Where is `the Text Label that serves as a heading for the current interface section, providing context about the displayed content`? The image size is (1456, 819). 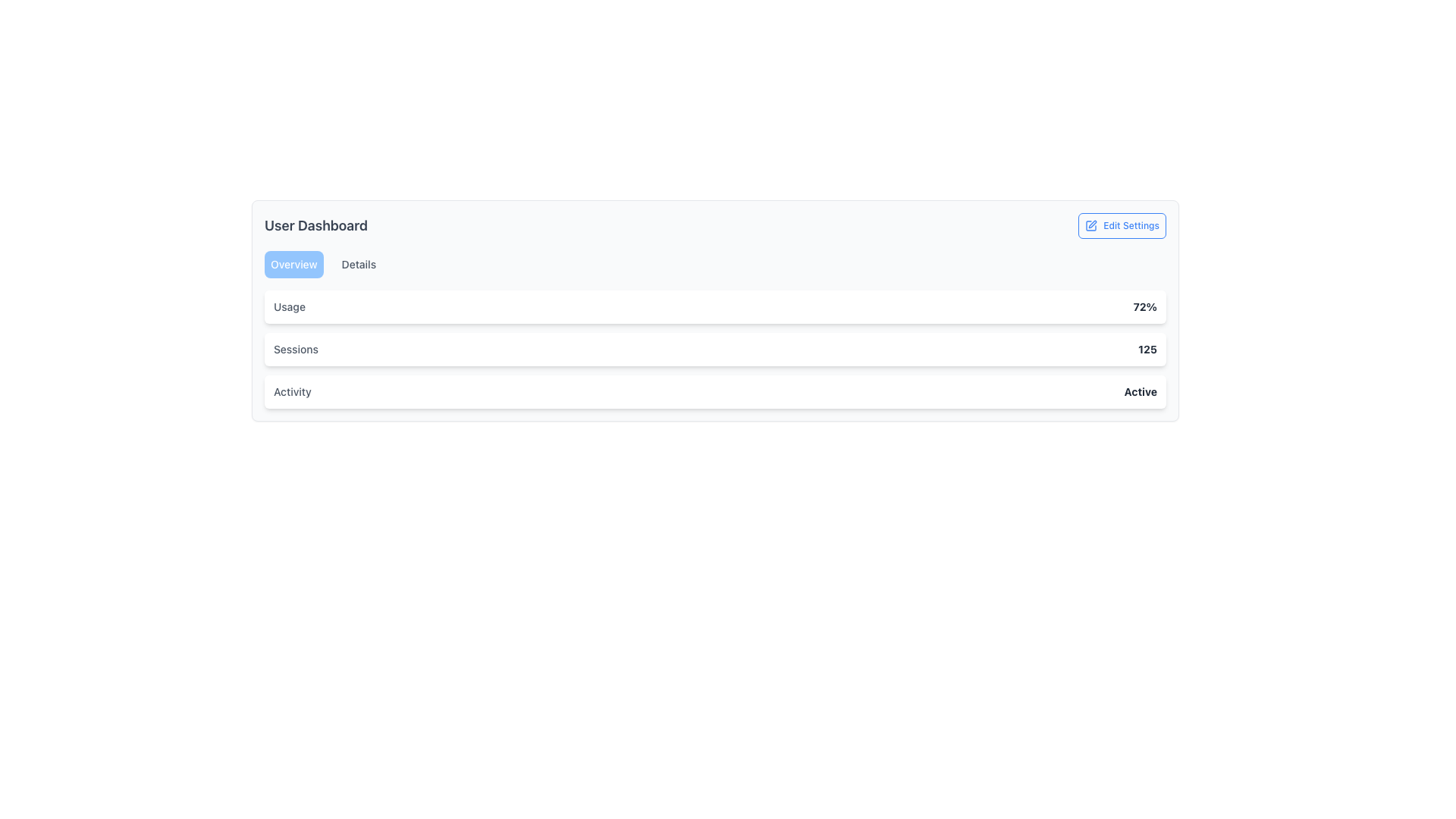
the Text Label that serves as a heading for the current interface section, providing context about the displayed content is located at coordinates (315, 225).